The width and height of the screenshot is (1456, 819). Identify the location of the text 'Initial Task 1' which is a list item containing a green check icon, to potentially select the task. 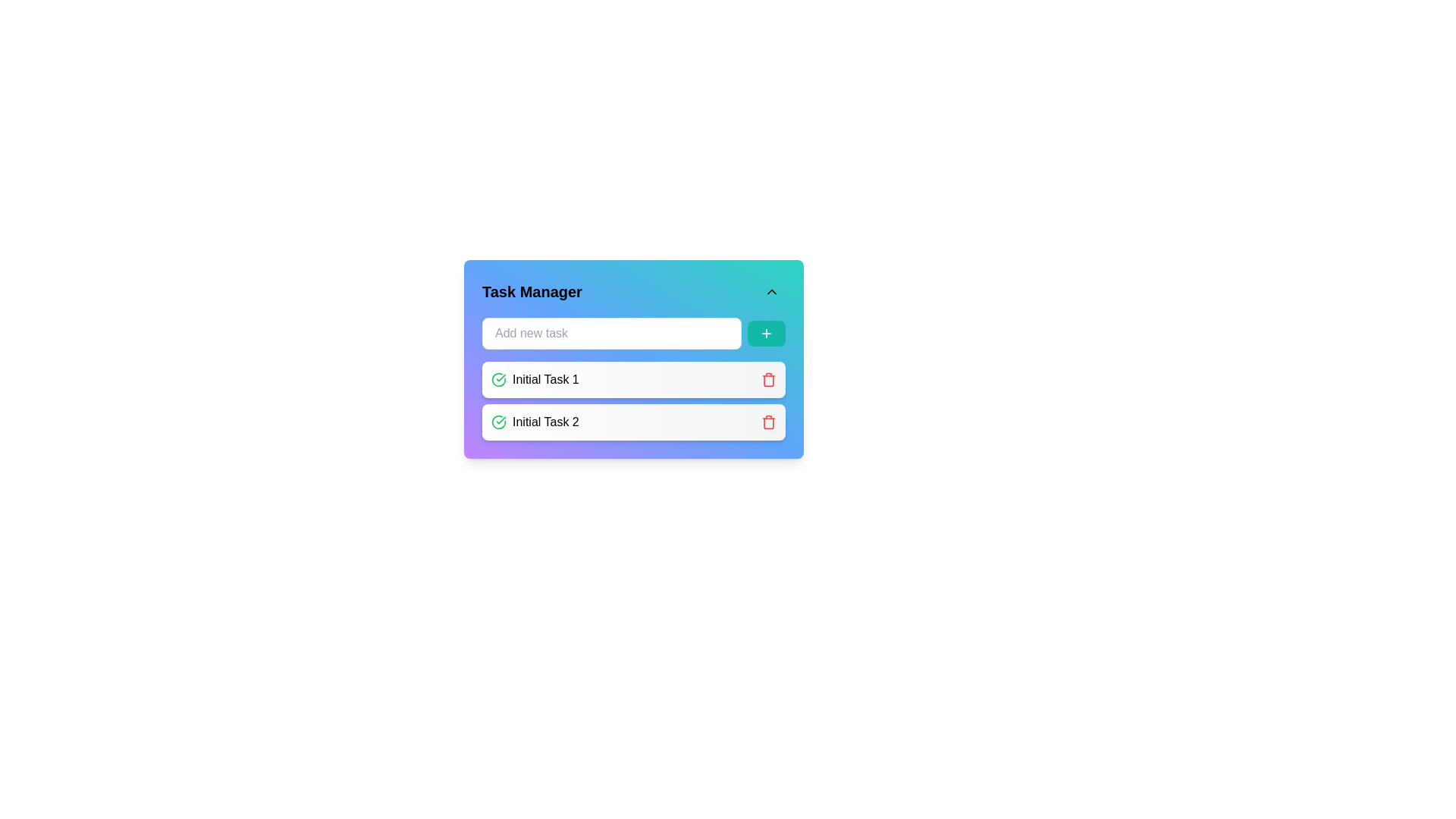
(535, 379).